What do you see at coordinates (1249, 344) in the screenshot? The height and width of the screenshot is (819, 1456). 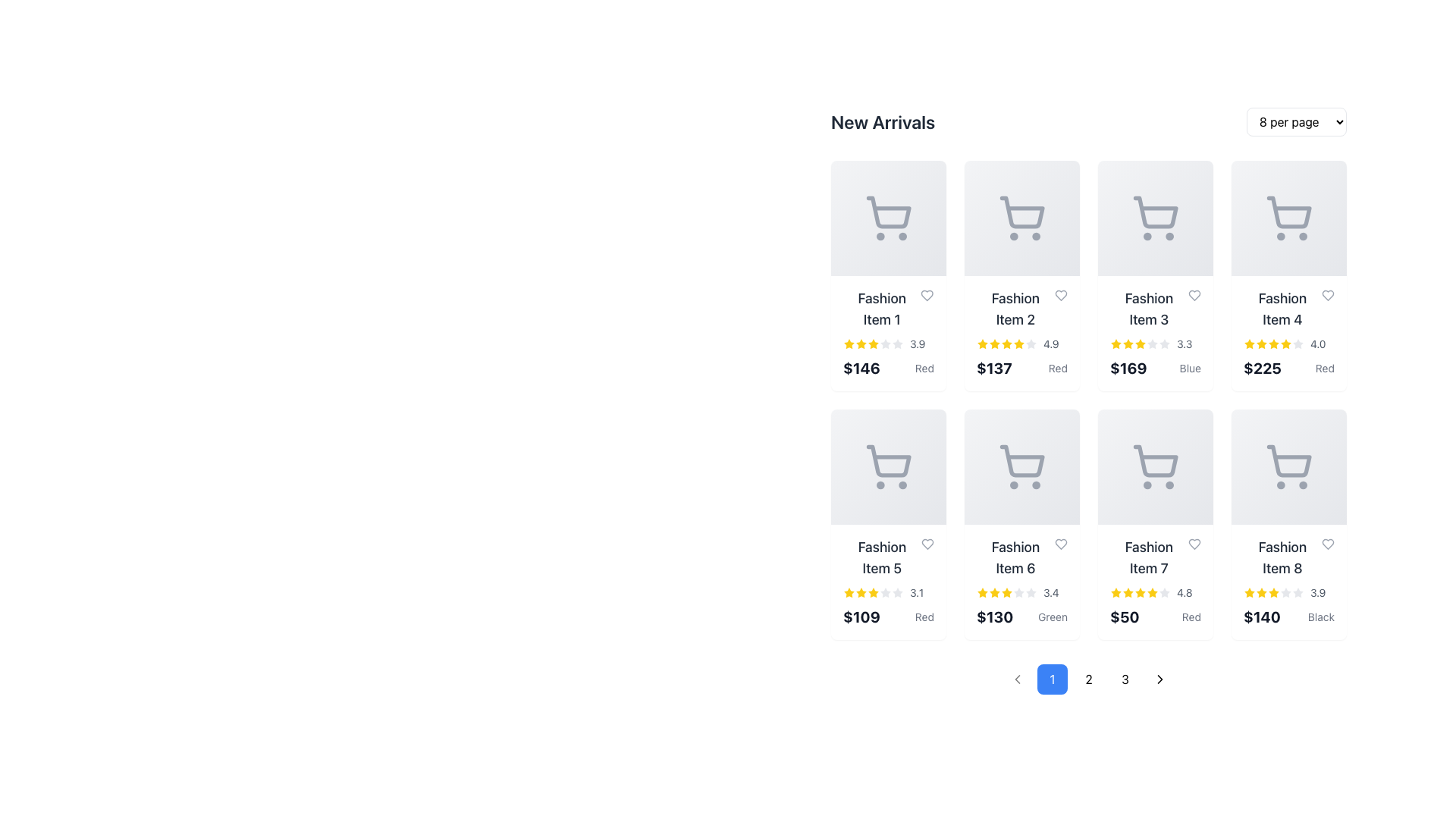 I see `the star icon located below the title 'Fashion Item 4'` at bounding box center [1249, 344].